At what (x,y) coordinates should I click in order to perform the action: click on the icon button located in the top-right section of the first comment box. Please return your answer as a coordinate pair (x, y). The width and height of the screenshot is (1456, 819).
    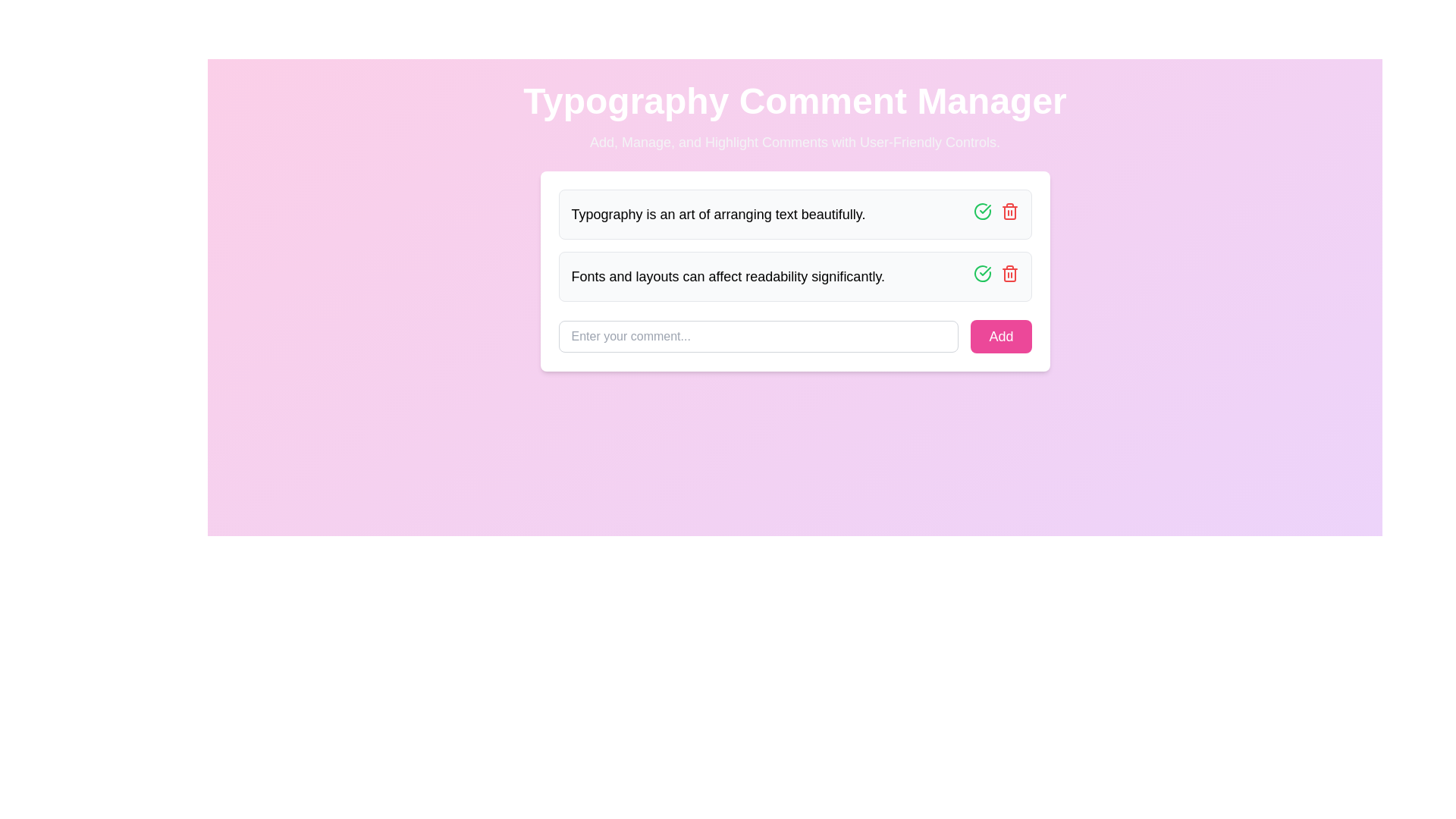
    Looking at the image, I should click on (982, 211).